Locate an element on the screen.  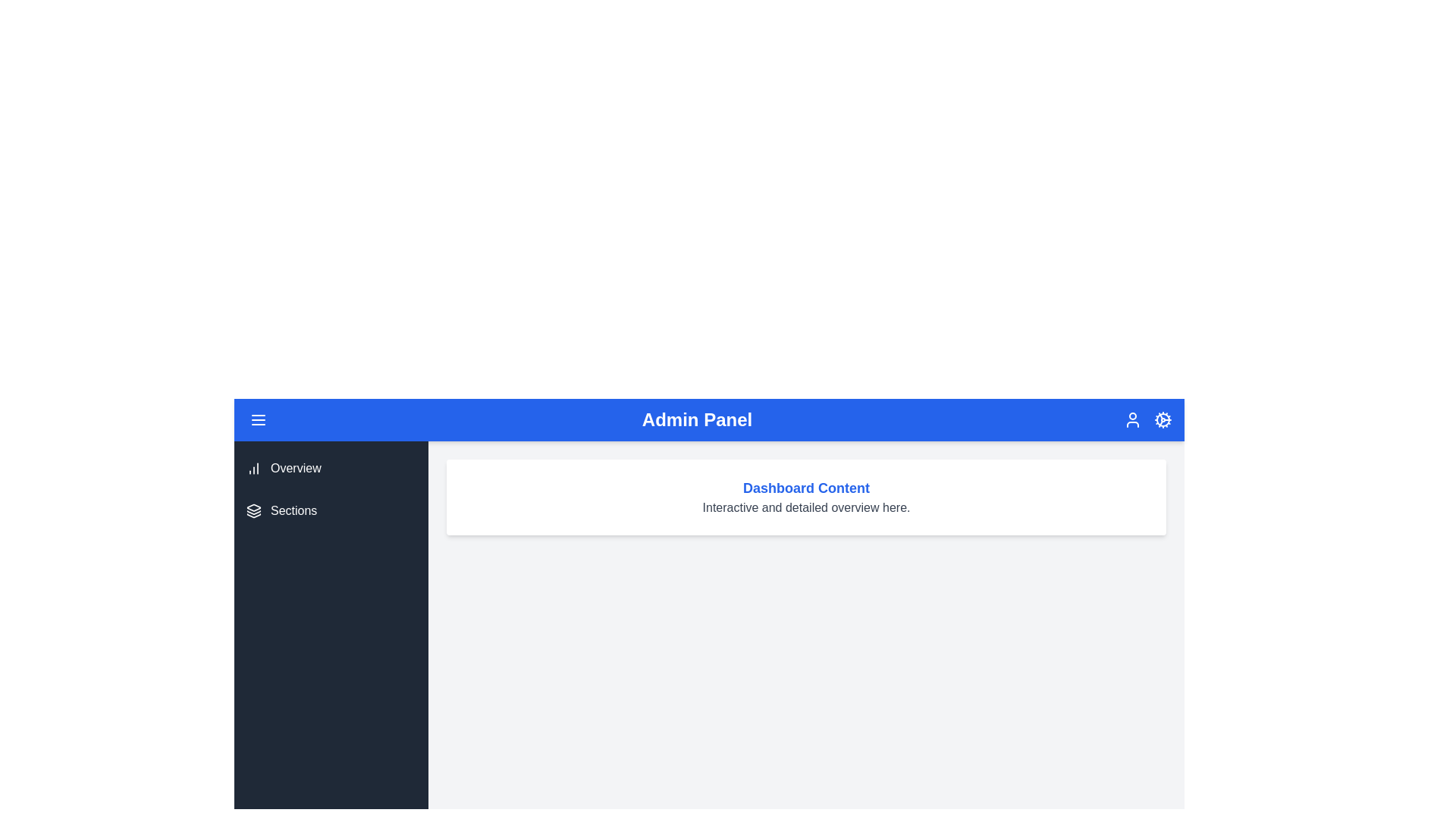
the user icon in the header is located at coordinates (1132, 420).